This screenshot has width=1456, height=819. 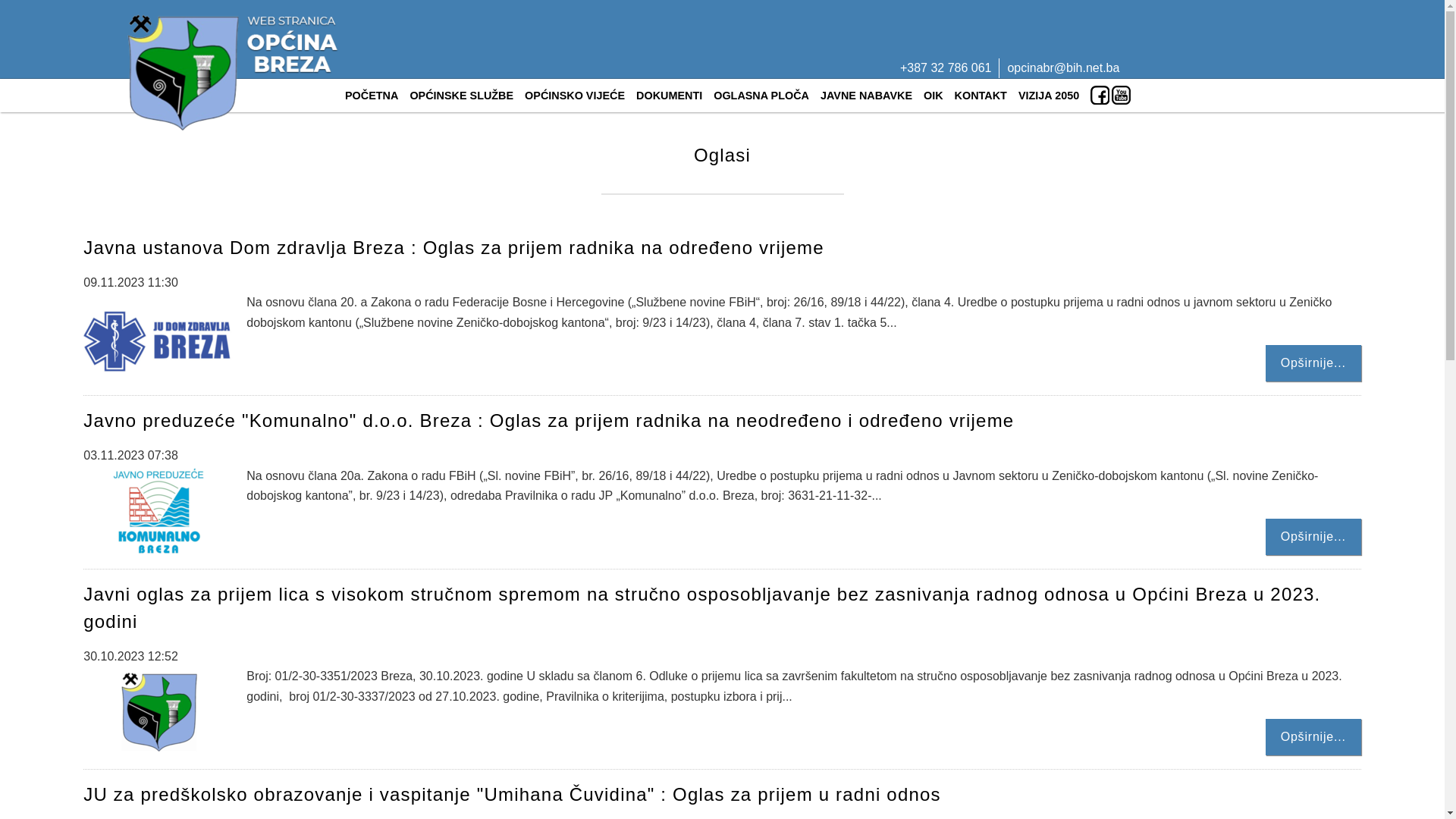 What do you see at coordinates (1062, 67) in the screenshot?
I see `'opcinabr@bih.net.ba'` at bounding box center [1062, 67].